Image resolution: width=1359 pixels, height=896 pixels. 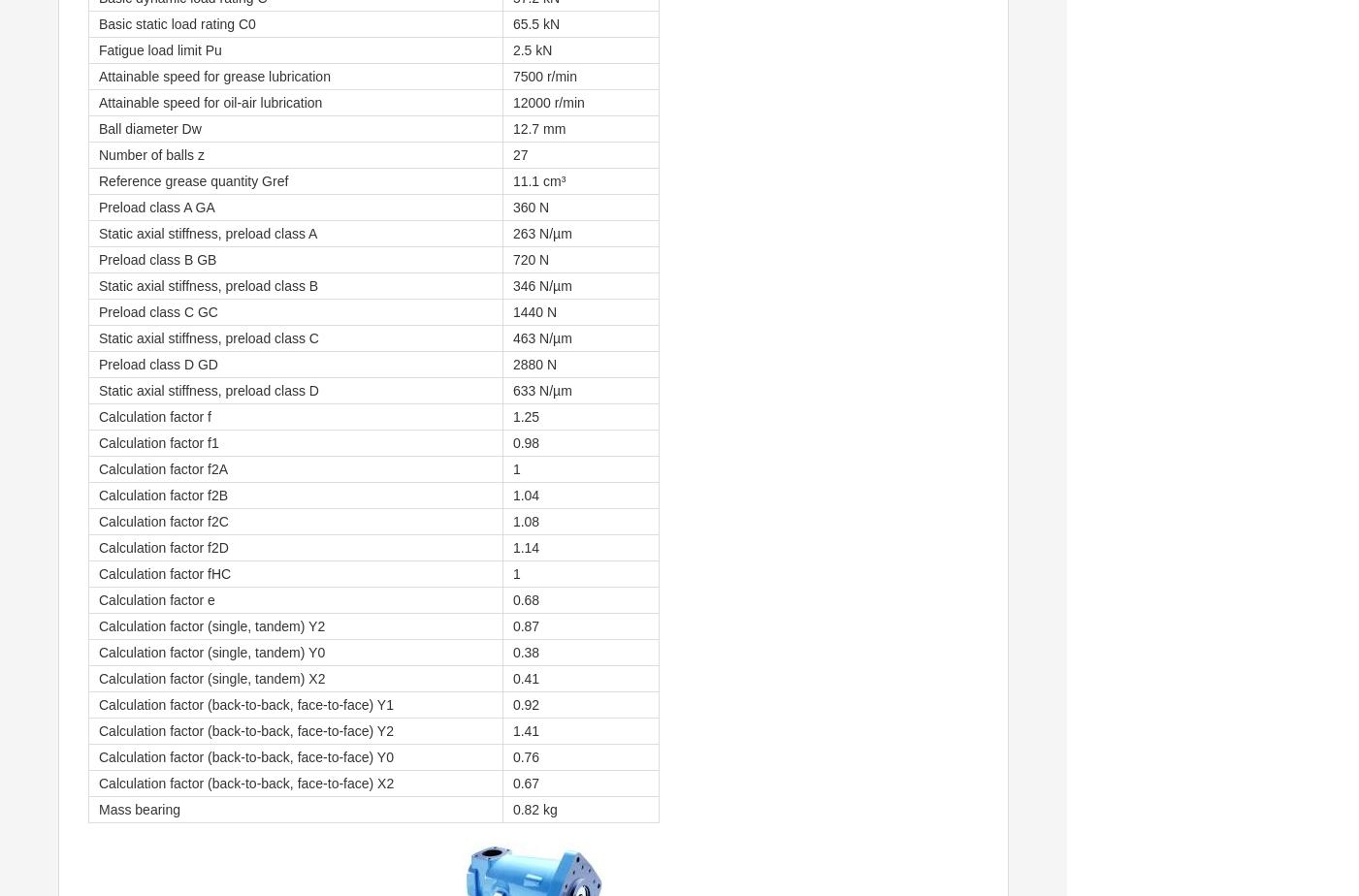 What do you see at coordinates (511, 24) in the screenshot?
I see `'65.5 kN'` at bounding box center [511, 24].